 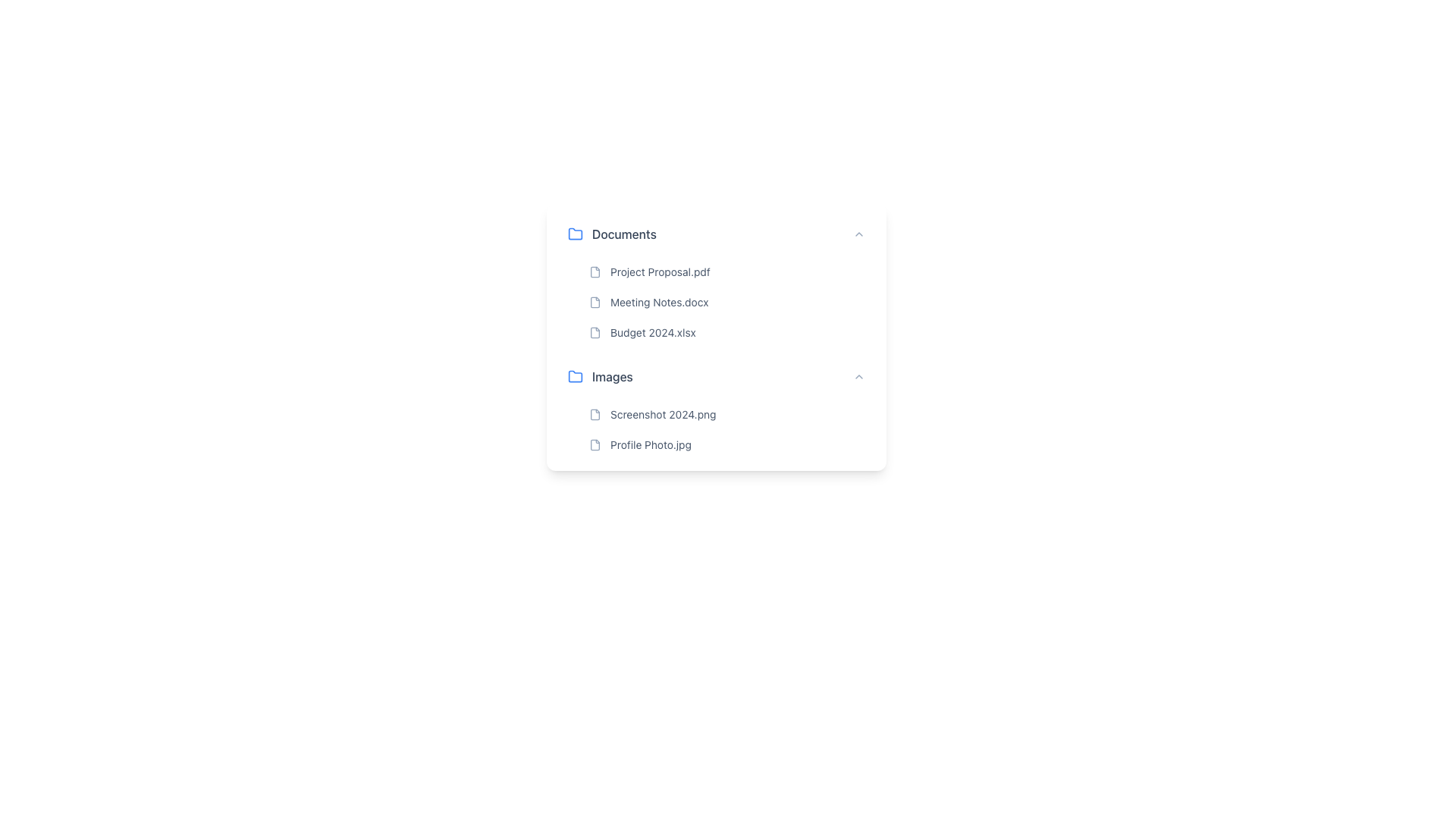 I want to click on the file icon representing 'Profile Photo.jpg' located in the 'Images' section, which is a small rectangular icon with a folded corner, so click(x=595, y=444).